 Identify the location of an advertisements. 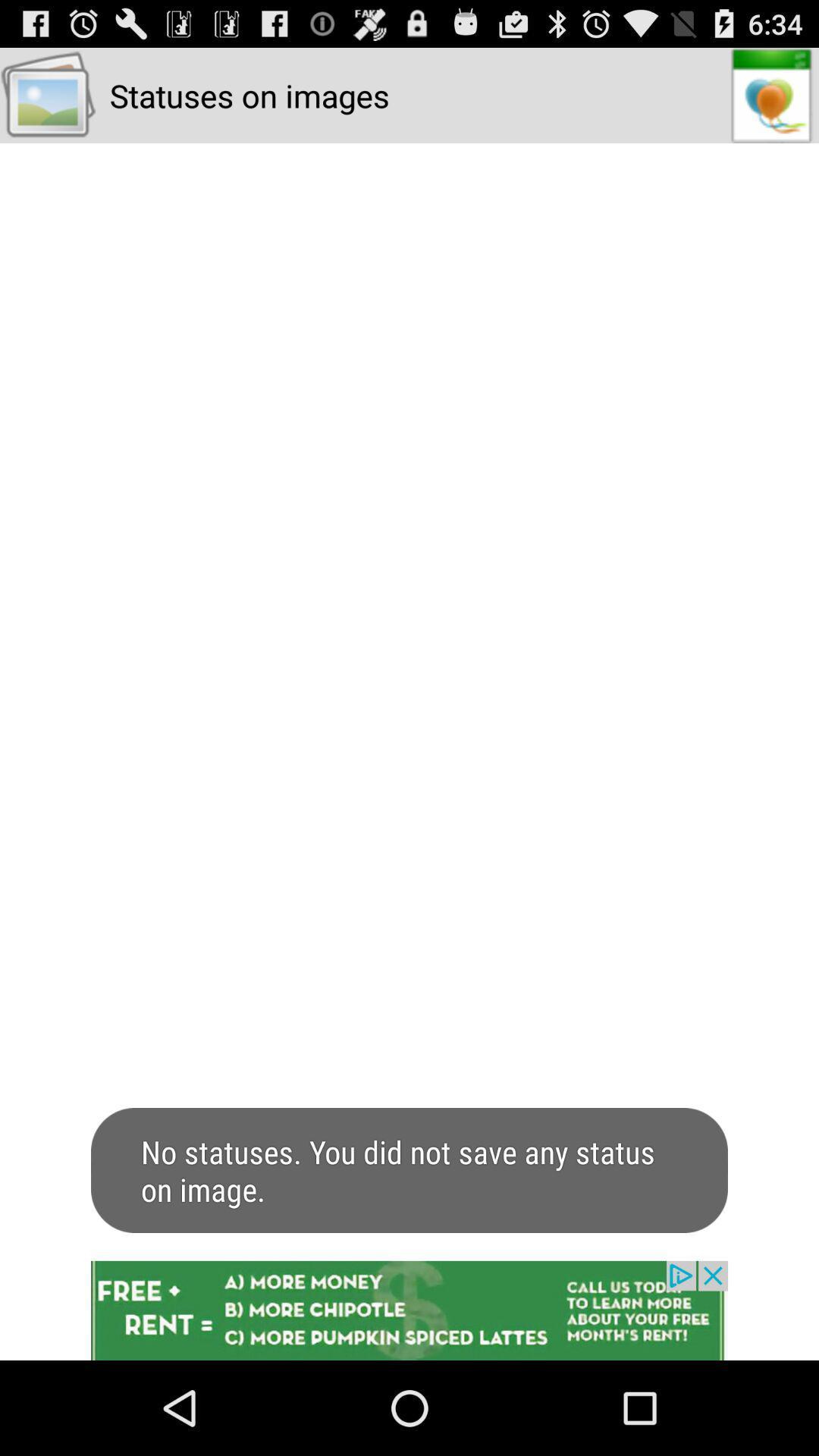
(409, 1310).